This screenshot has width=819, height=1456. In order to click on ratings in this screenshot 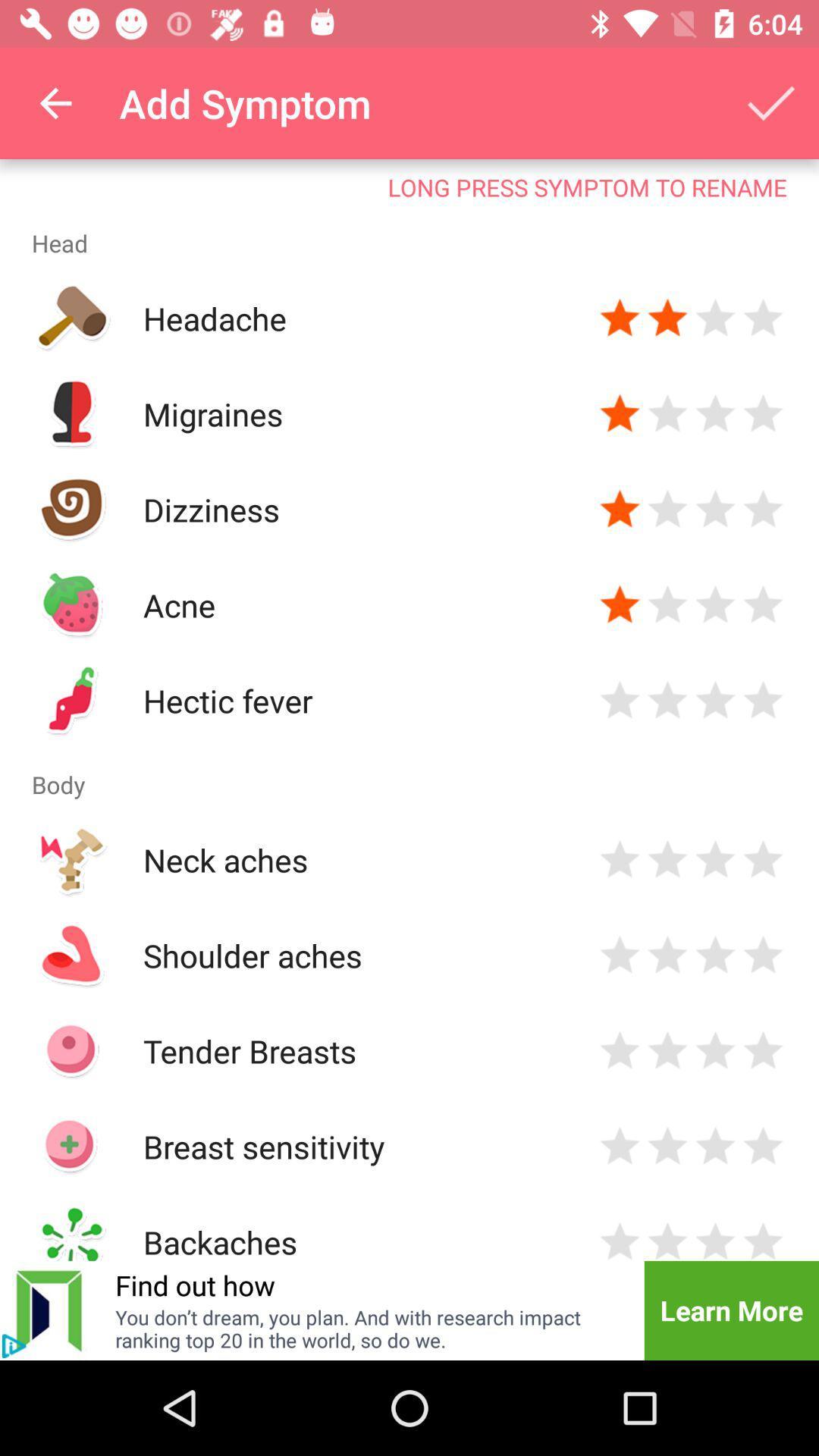, I will do `click(667, 604)`.